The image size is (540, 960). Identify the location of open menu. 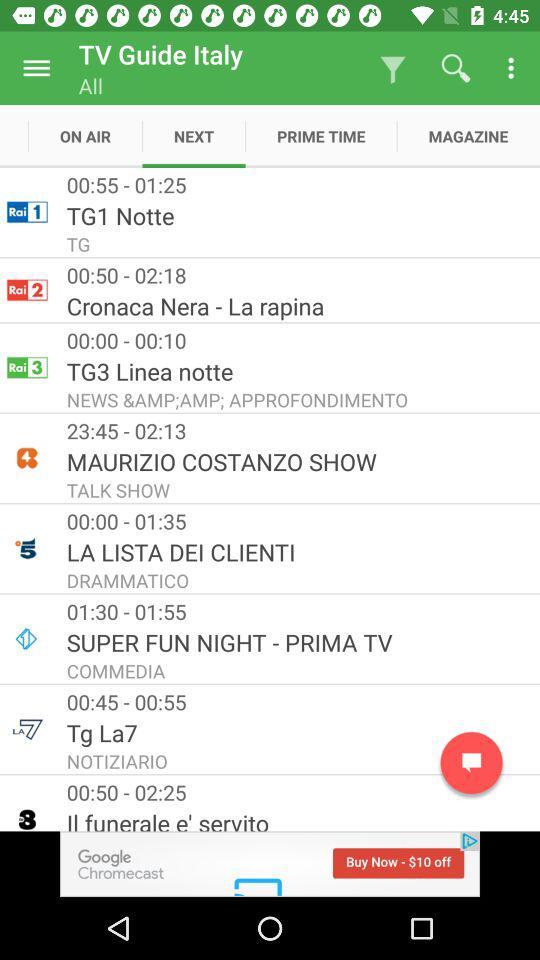
(36, 68).